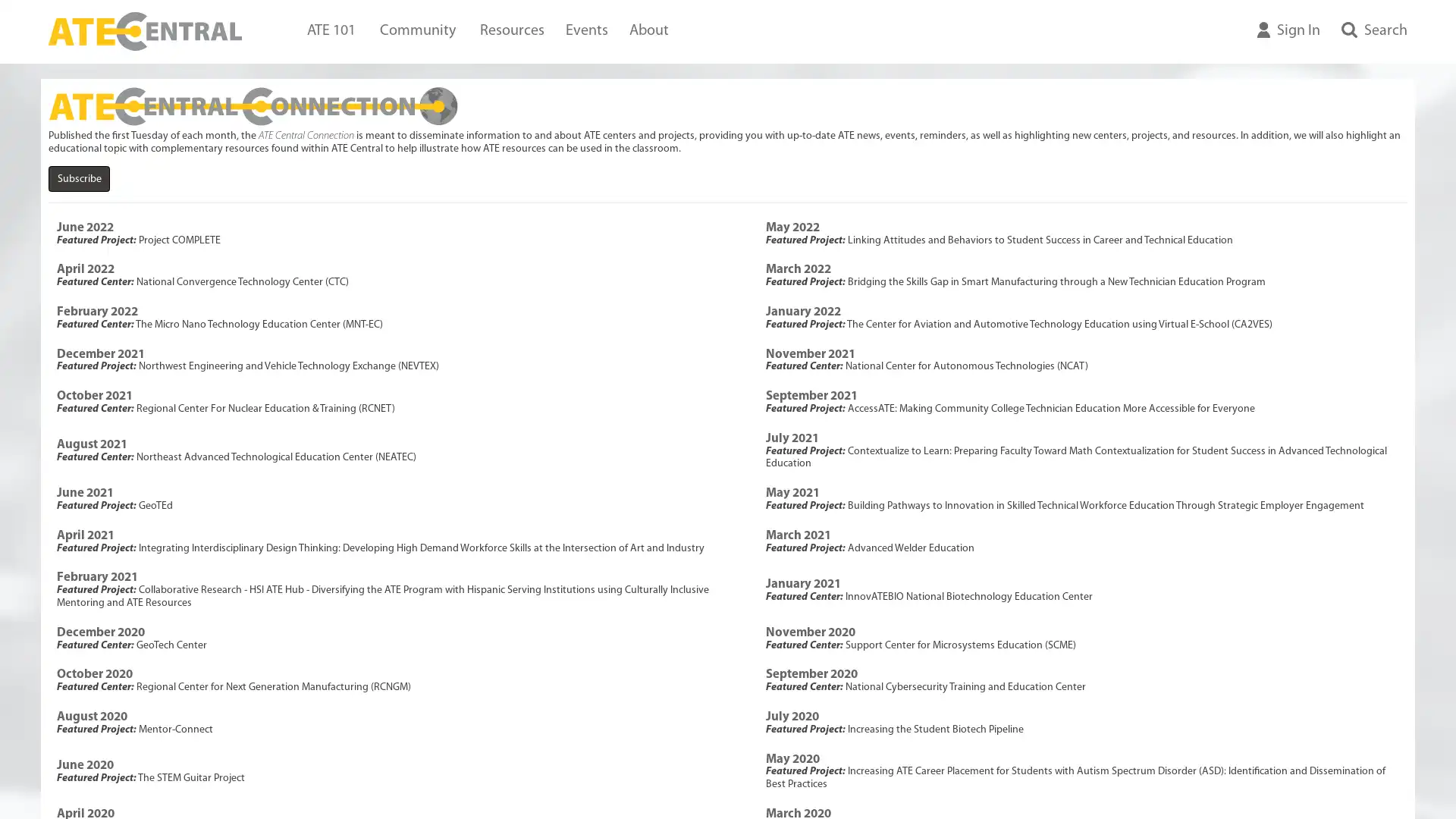  I want to click on Meeple Sign In, so click(1288, 31).